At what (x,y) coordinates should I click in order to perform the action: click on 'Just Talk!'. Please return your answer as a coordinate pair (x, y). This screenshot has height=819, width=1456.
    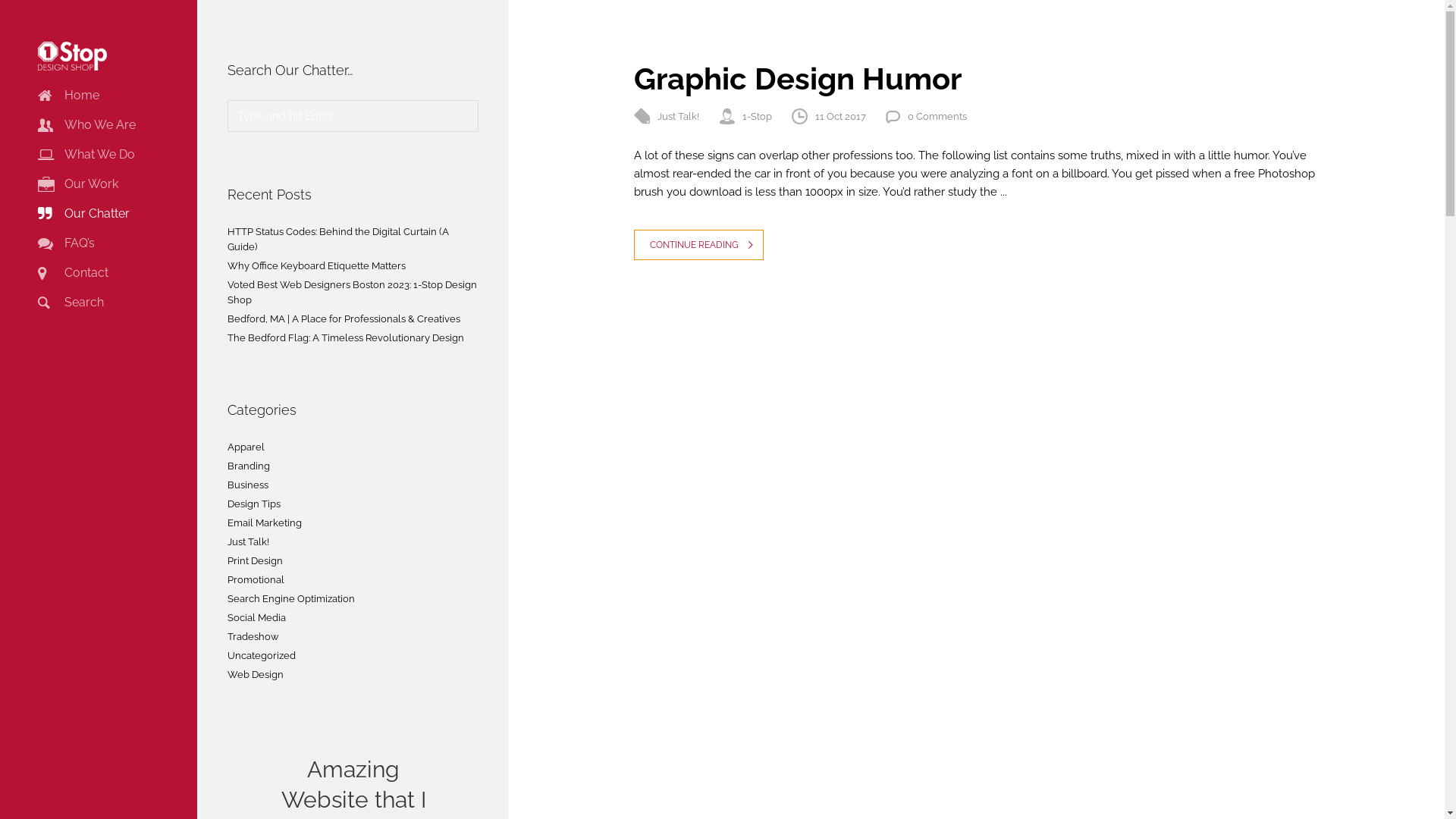
    Looking at the image, I should click on (677, 115).